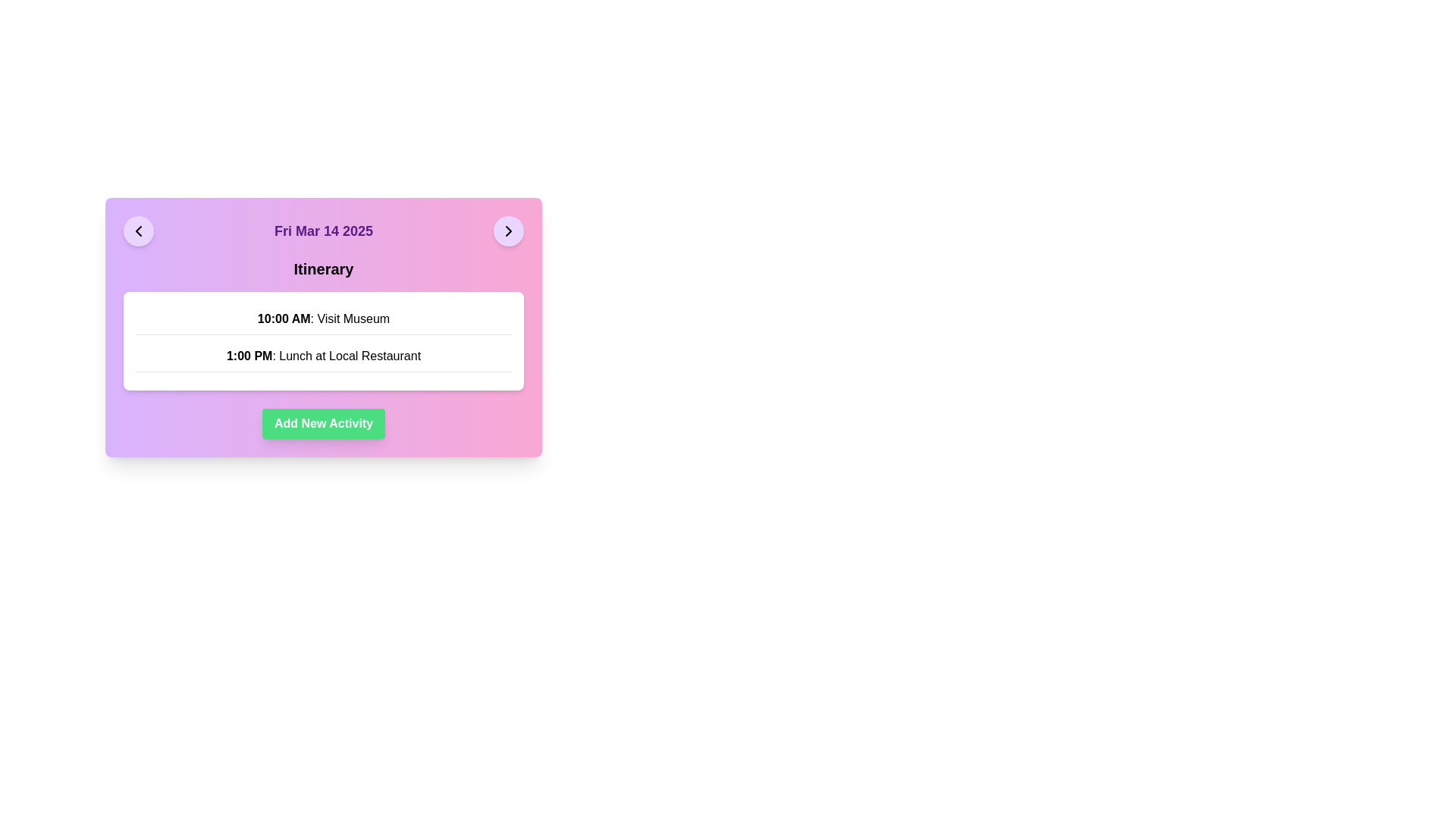 This screenshot has height=819, width=1456. I want to click on the rectangular green button labeled 'Add New Activity' located beneath the itinerary items, so click(323, 424).